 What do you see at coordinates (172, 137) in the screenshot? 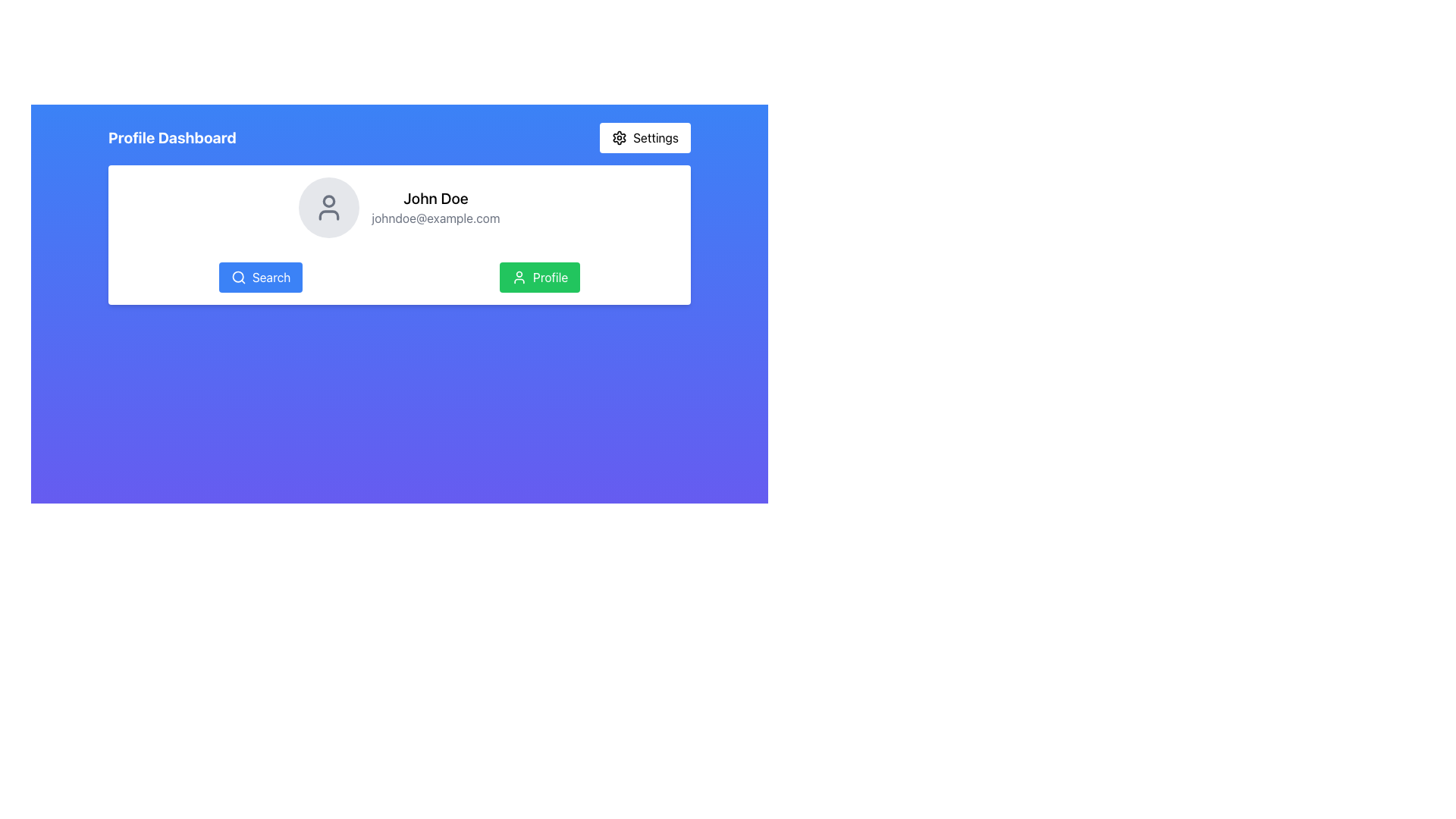
I see `the 'Profile Dashboard' text label element, which is displayed in bold, large white font on a blue background, located in the upper-left portion of the interface` at bounding box center [172, 137].